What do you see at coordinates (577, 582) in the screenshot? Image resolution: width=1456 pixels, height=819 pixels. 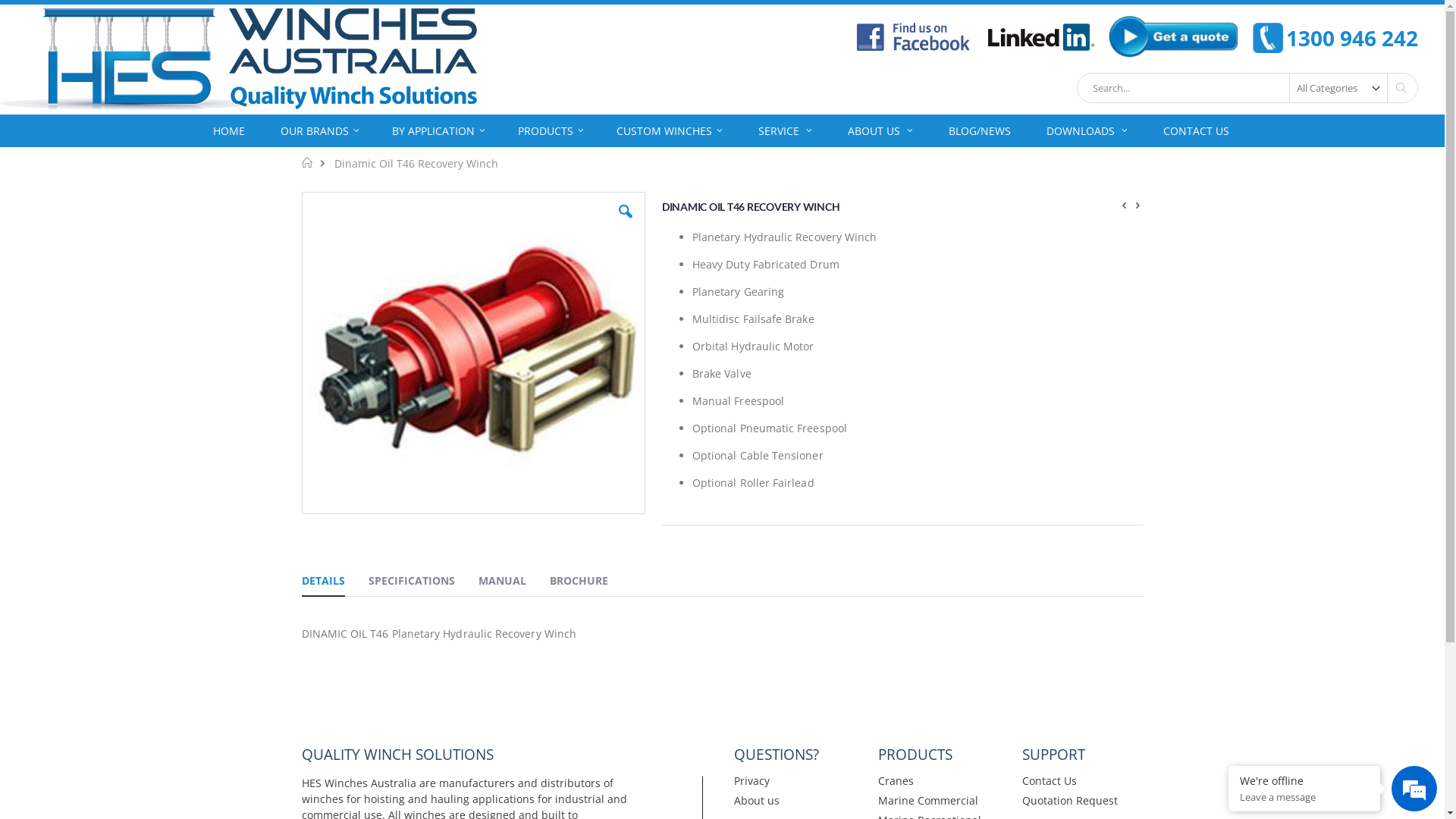 I see `'BROCHURE'` at bounding box center [577, 582].